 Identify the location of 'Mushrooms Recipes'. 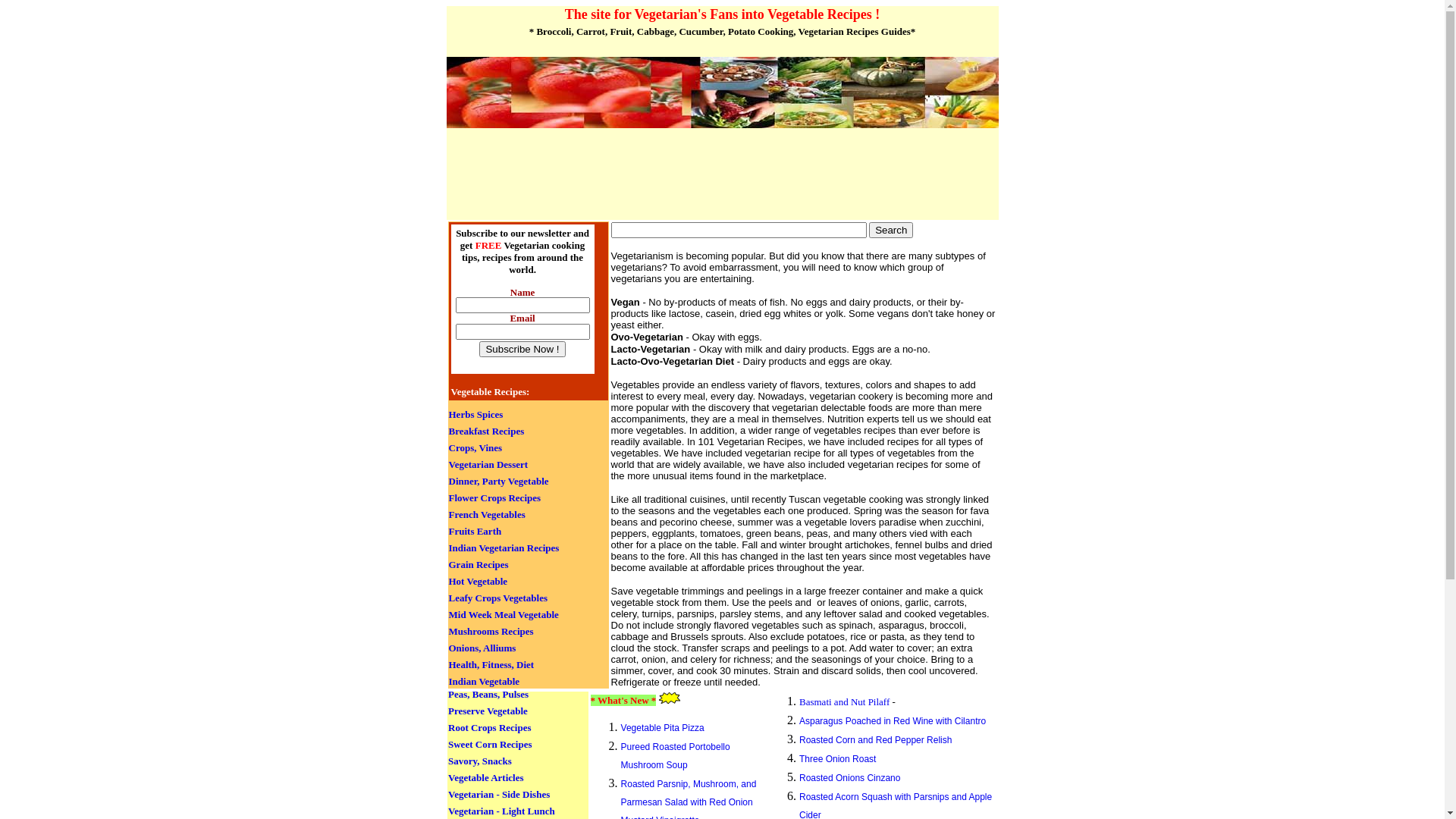
(491, 631).